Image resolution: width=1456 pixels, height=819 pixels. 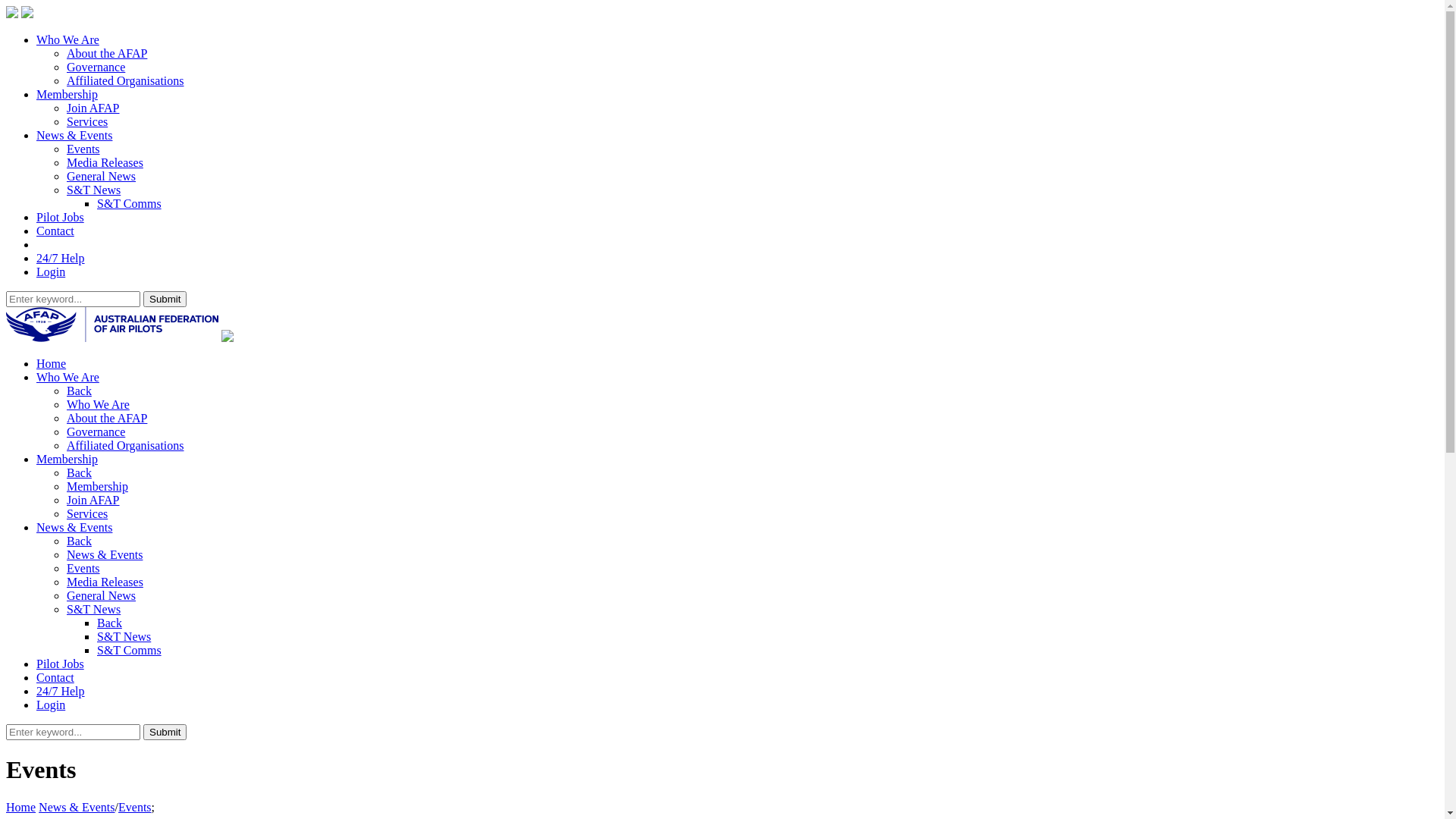 I want to click on 'Pilot Jobs', so click(x=60, y=663).